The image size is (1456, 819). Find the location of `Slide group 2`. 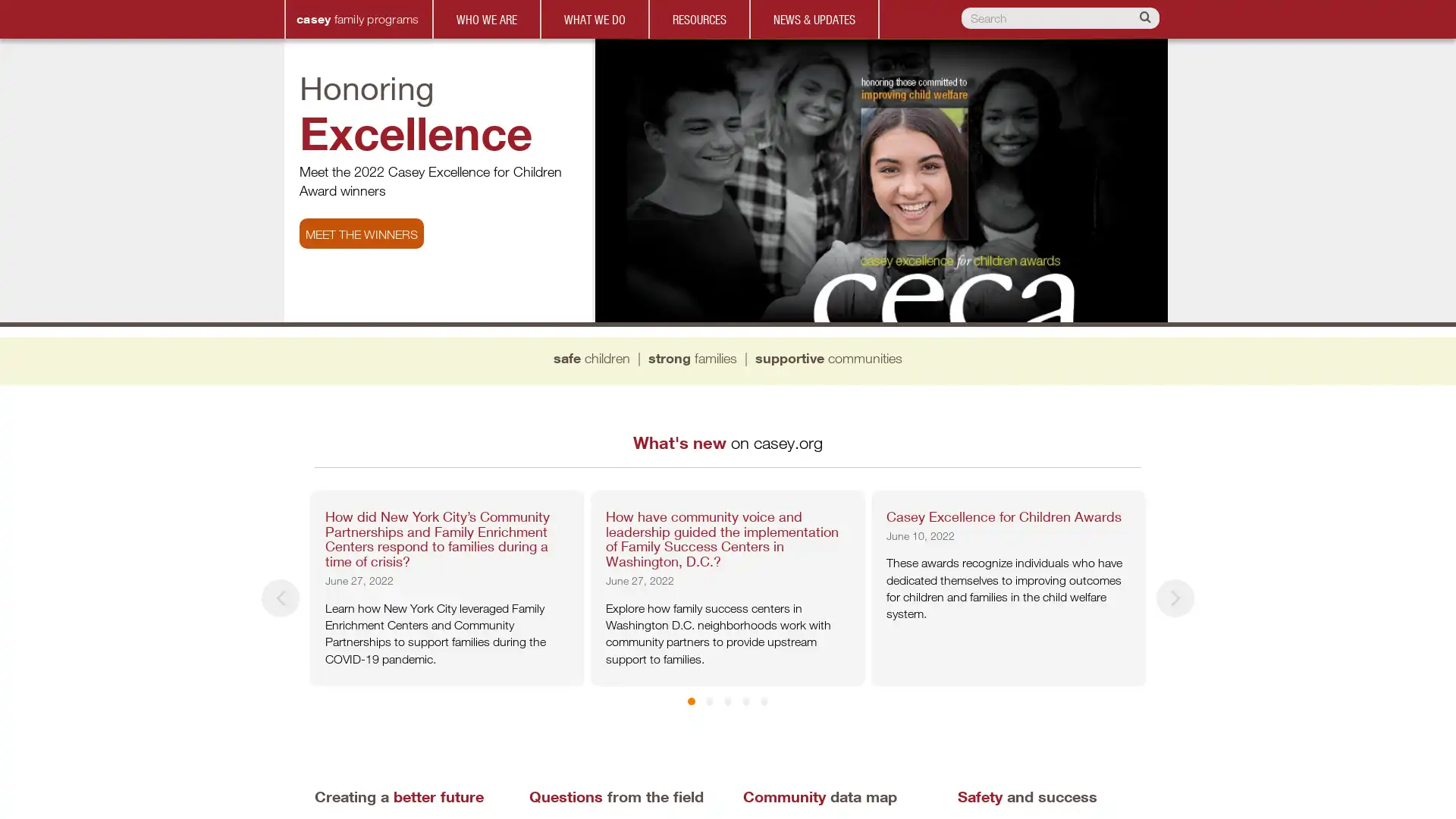

Slide group 2 is located at coordinates (718, 701).